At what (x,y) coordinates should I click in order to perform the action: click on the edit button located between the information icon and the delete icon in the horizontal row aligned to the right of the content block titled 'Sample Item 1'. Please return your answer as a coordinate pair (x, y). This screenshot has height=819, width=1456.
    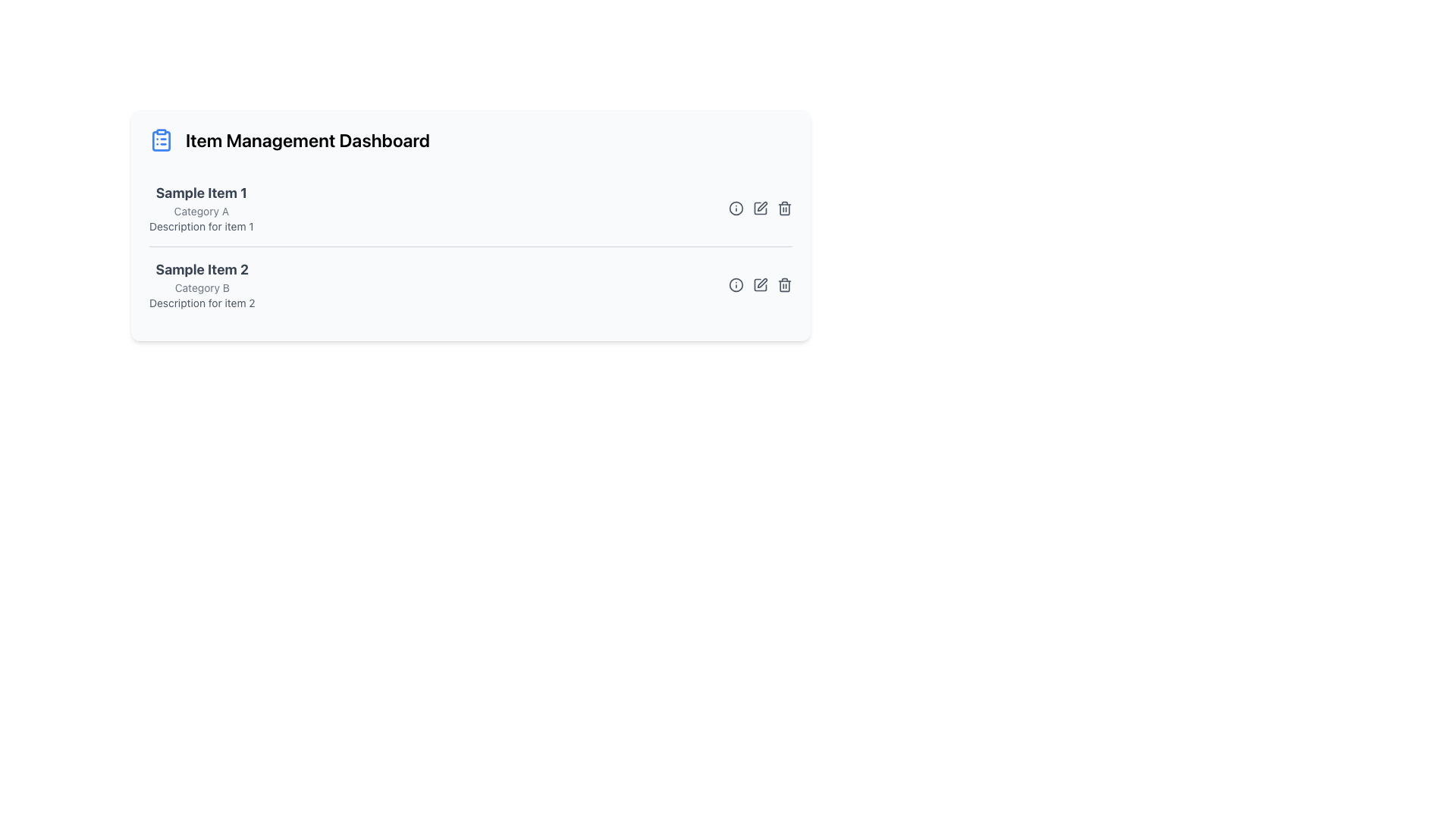
    Looking at the image, I should click on (761, 208).